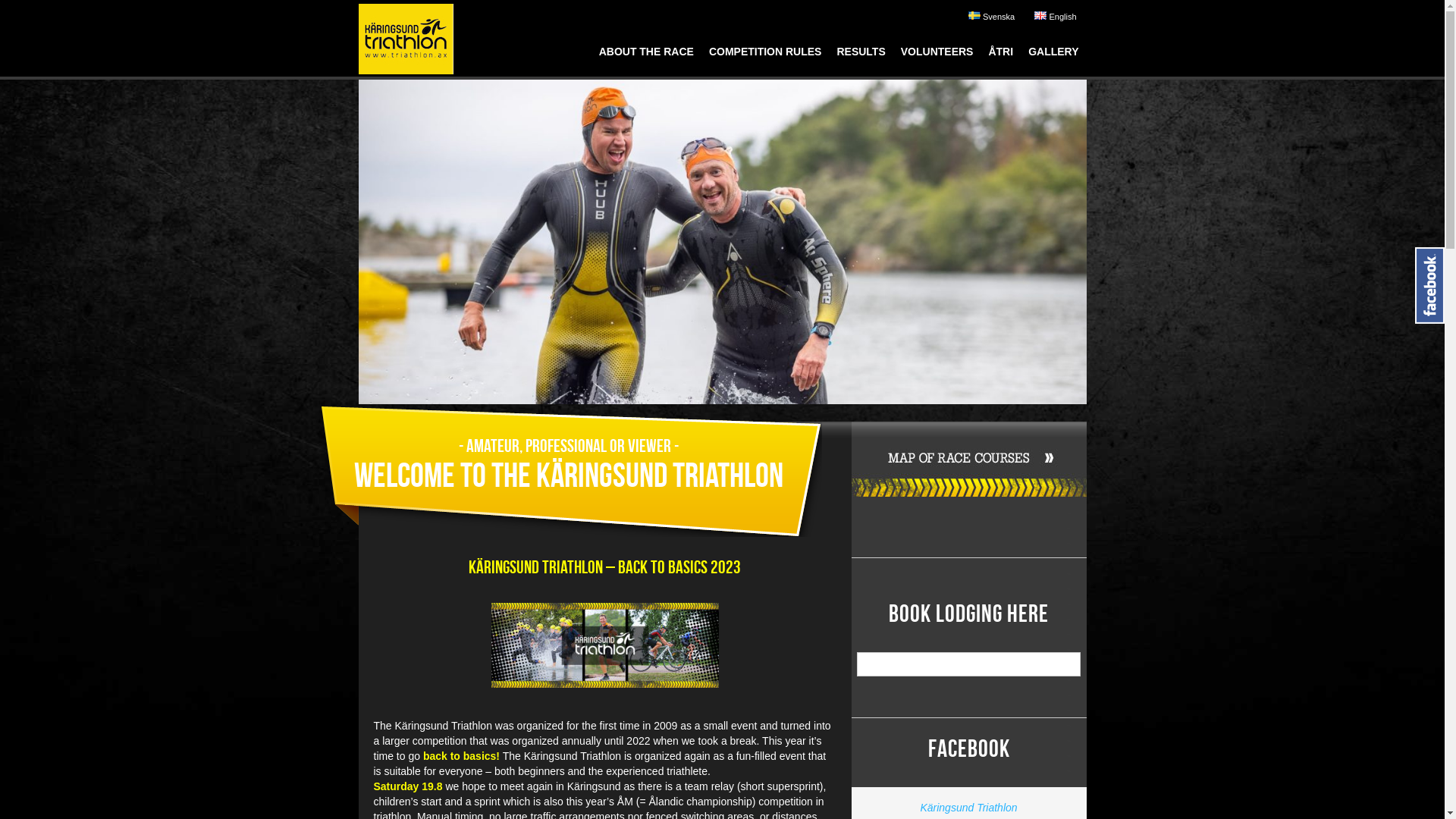 This screenshot has height=819, width=1456. What do you see at coordinates (590, 55) in the screenshot?
I see `'ABOUT THE RACE'` at bounding box center [590, 55].